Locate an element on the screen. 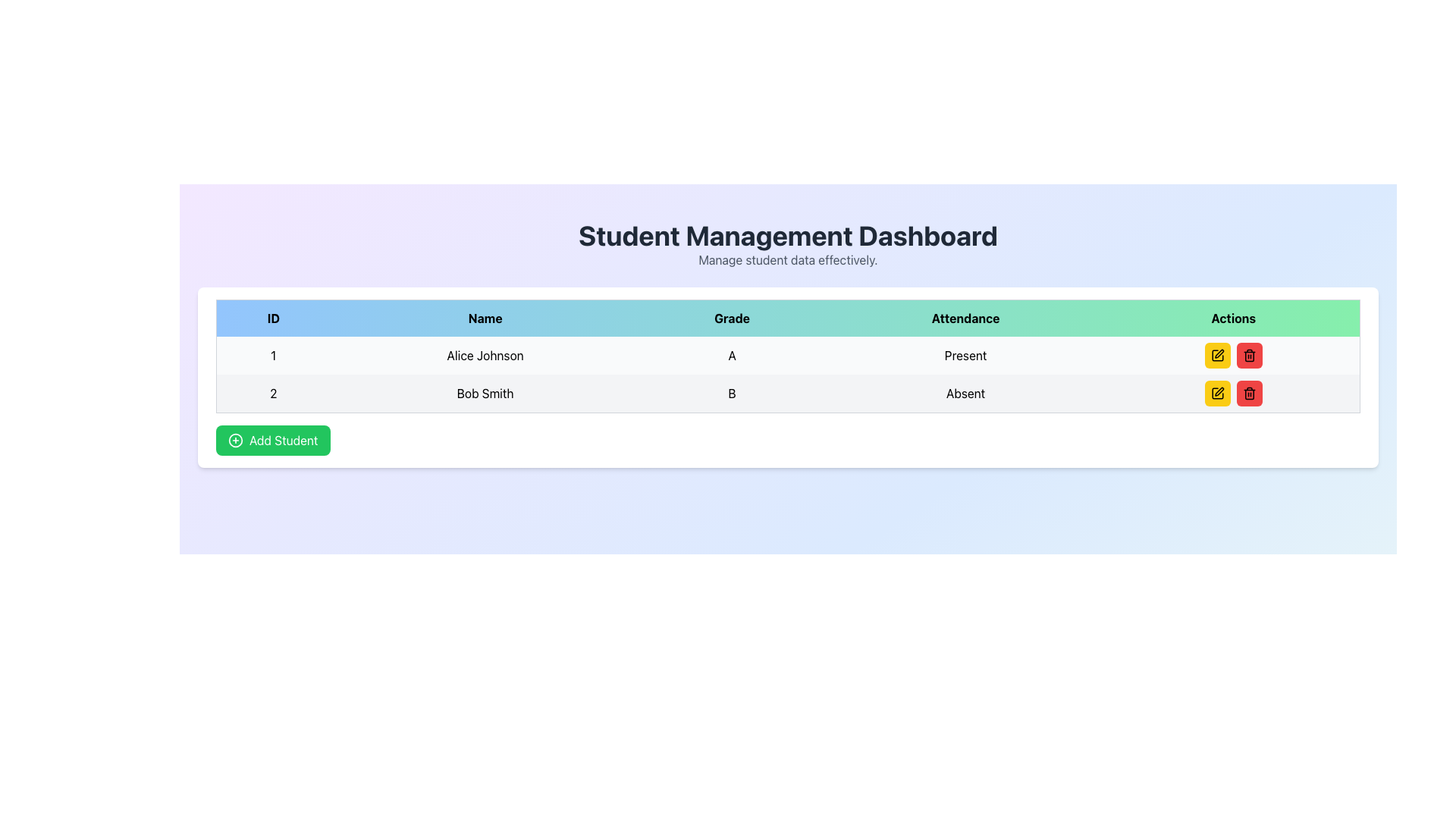 The height and width of the screenshot is (819, 1456). the 'Add Student' button, which has a green background and white text is located at coordinates (273, 441).